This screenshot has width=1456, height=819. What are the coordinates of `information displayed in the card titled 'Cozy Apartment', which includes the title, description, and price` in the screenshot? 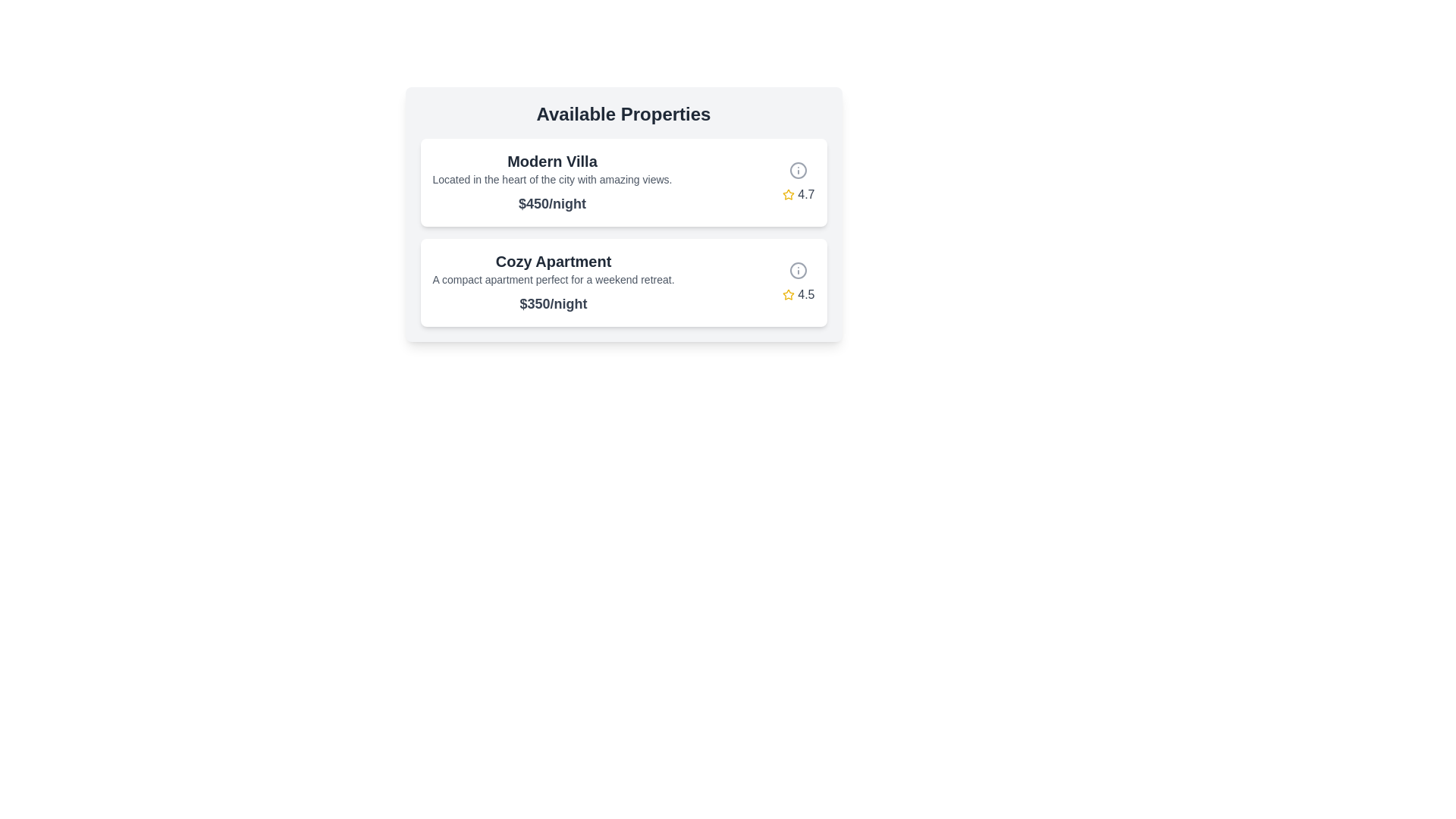 It's located at (552, 283).